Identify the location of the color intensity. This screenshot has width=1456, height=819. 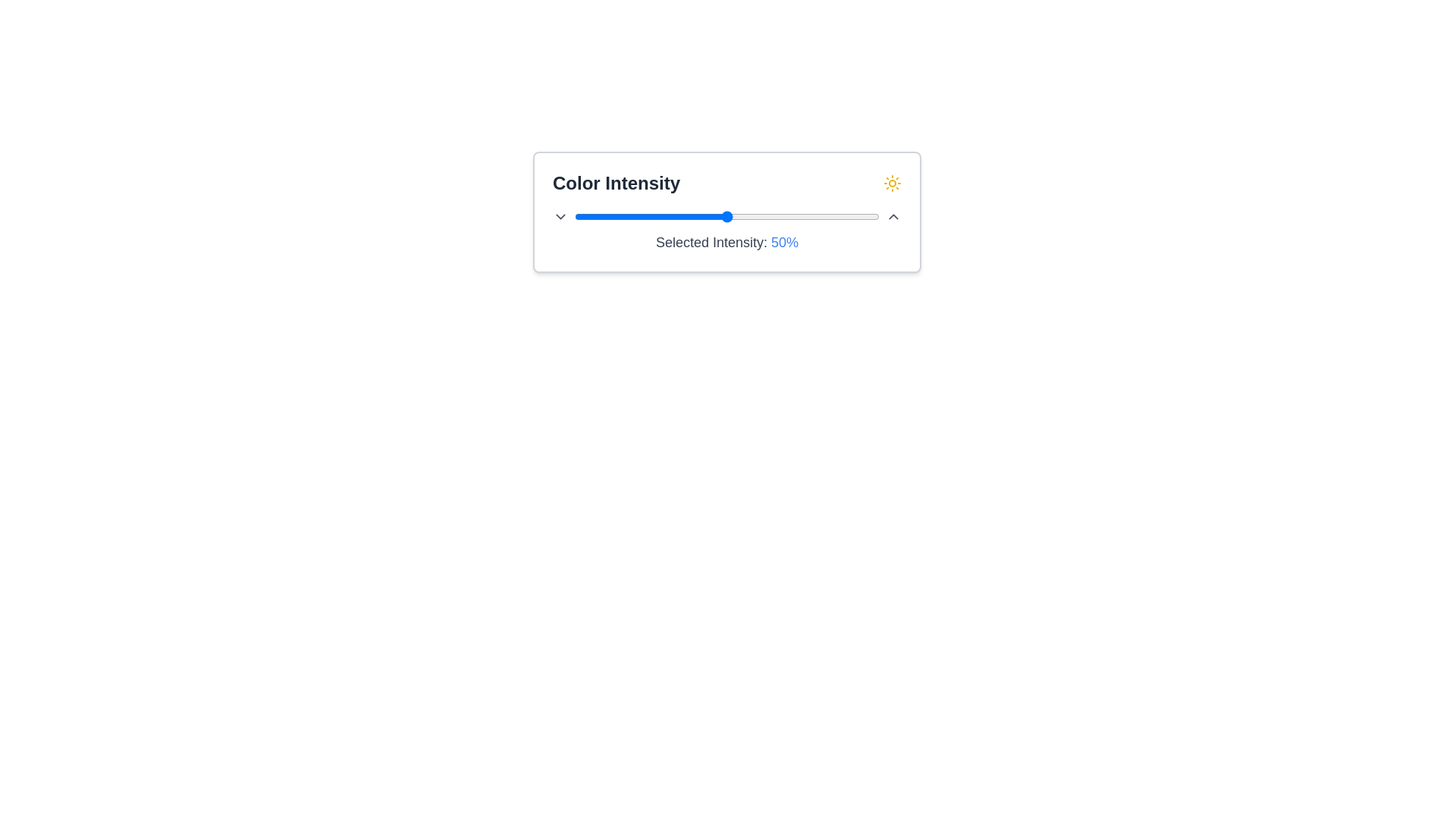
(855, 216).